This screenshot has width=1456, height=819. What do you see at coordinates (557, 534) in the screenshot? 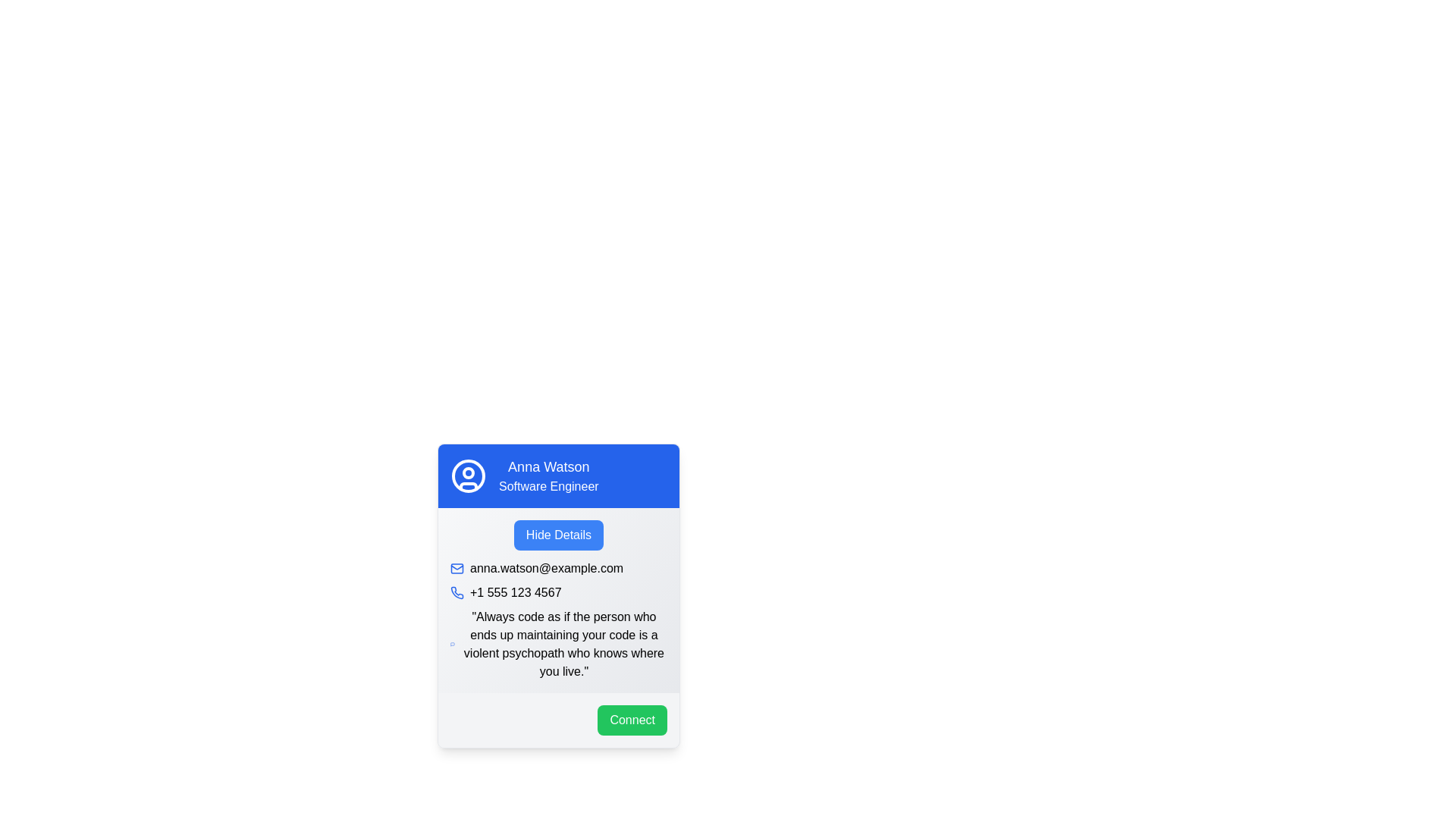
I see `the toggle button located below the profile header in the user profile card` at bounding box center [557, 534].